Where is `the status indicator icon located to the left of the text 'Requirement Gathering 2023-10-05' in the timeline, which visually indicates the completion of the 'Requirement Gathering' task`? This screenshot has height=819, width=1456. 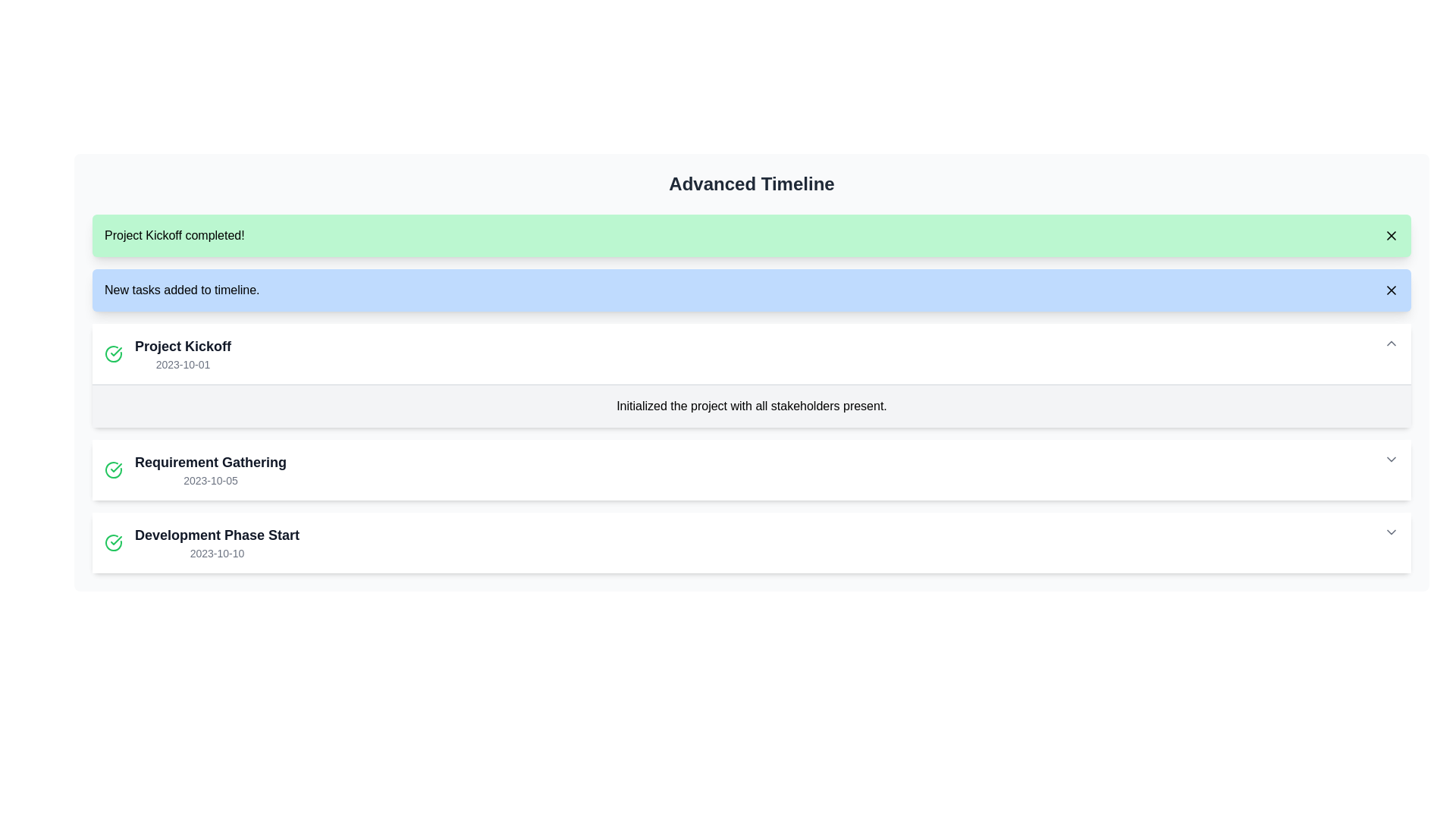
the status indicator icon located to the left of the text 'Requirement Gathering 2023-10-05' in the timeline, which visually indicates the completion of the 'Requirement Gathering' task is located at coordinates (112, 469).